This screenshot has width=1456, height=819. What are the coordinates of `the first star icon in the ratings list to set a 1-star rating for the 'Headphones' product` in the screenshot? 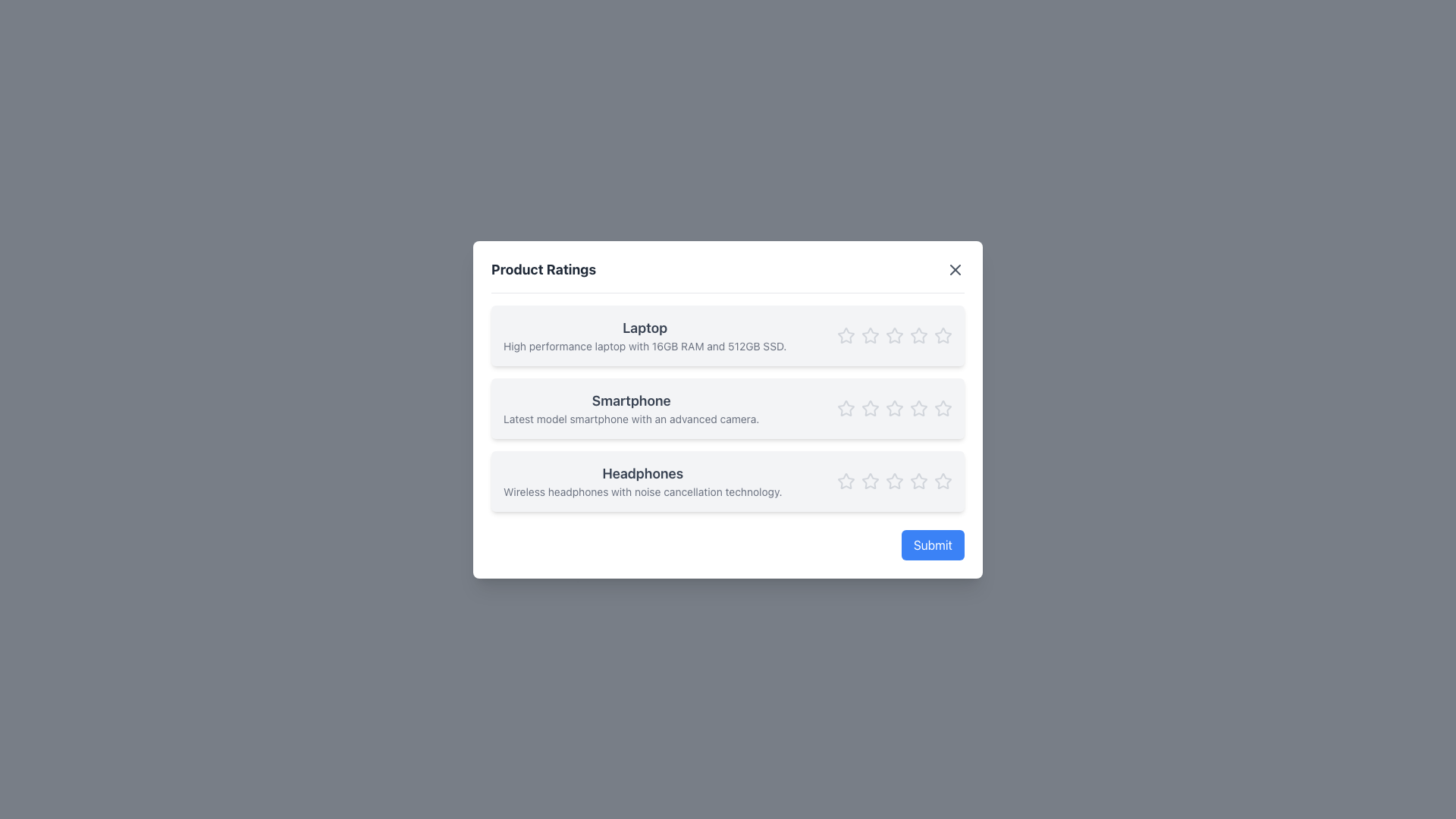 It's located at (844, 480).